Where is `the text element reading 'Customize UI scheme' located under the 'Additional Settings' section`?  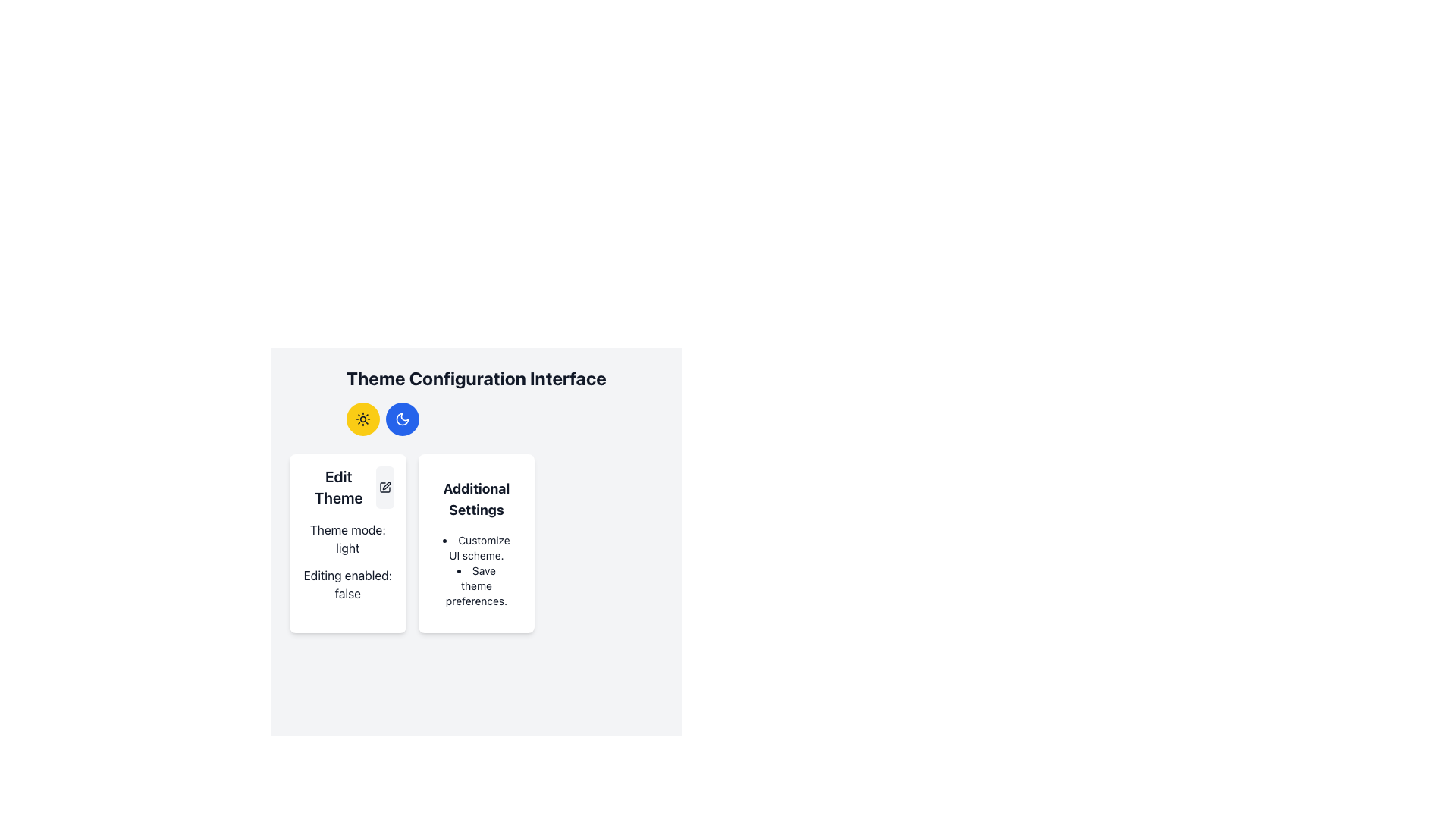 the text element reading 'Customize UI scheme' located under the 'Additional Settings' section is located at coordinates (475, 548).